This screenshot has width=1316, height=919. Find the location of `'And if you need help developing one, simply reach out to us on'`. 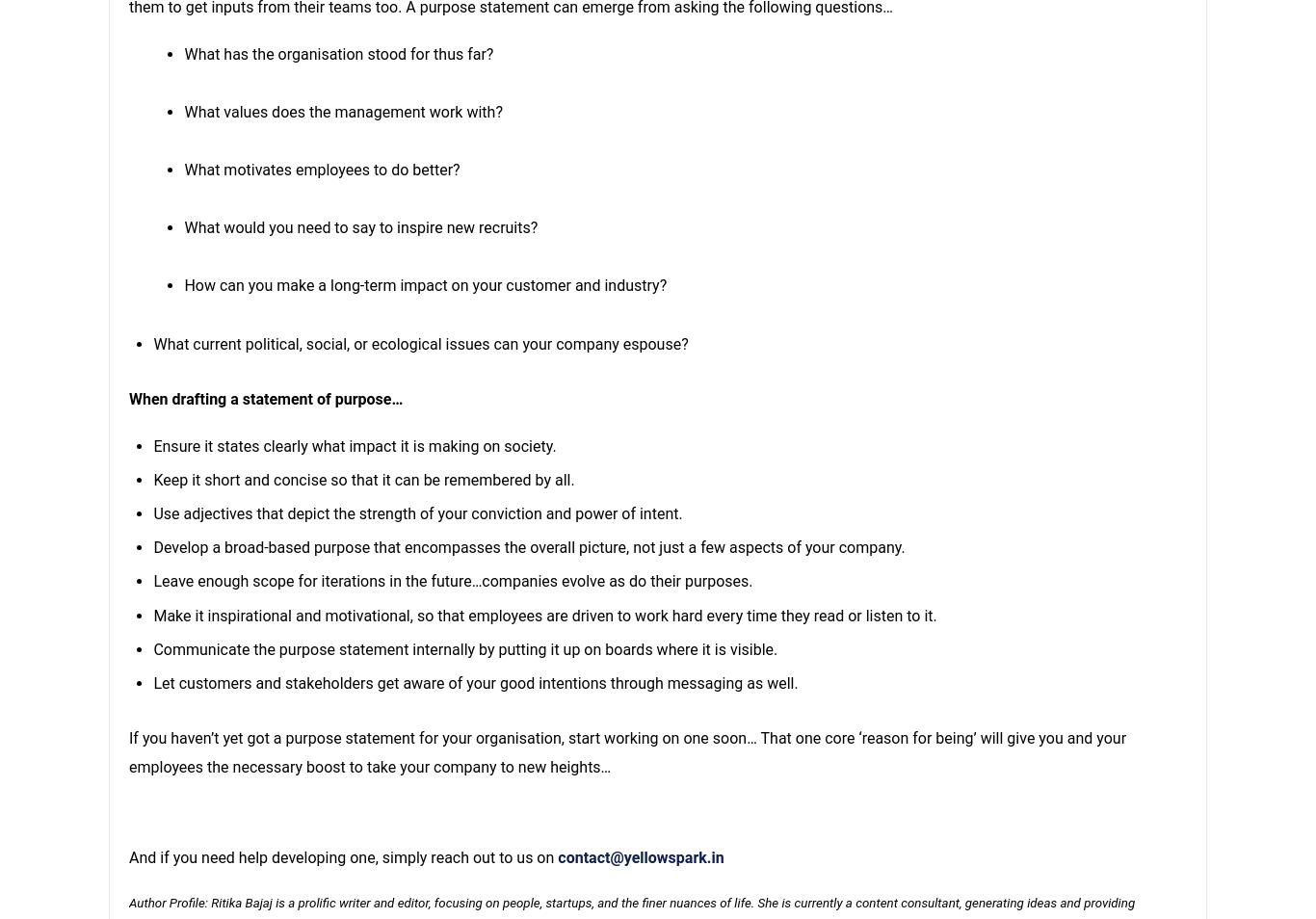

'And if you need help developing one, simply reach out to us on' is located at coordinates (342, 857).